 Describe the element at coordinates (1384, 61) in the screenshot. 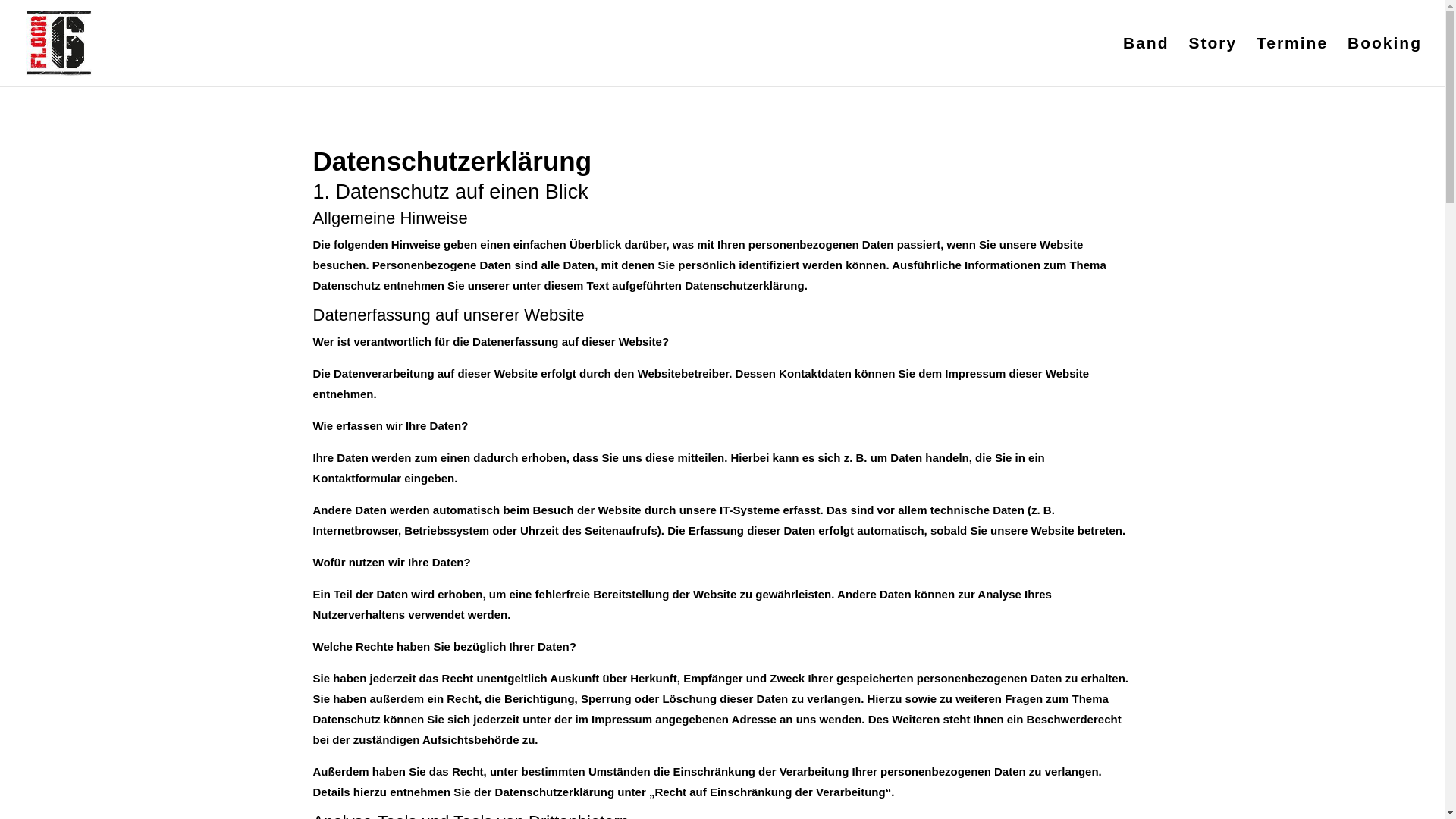

I see `'Booking'` at that location.